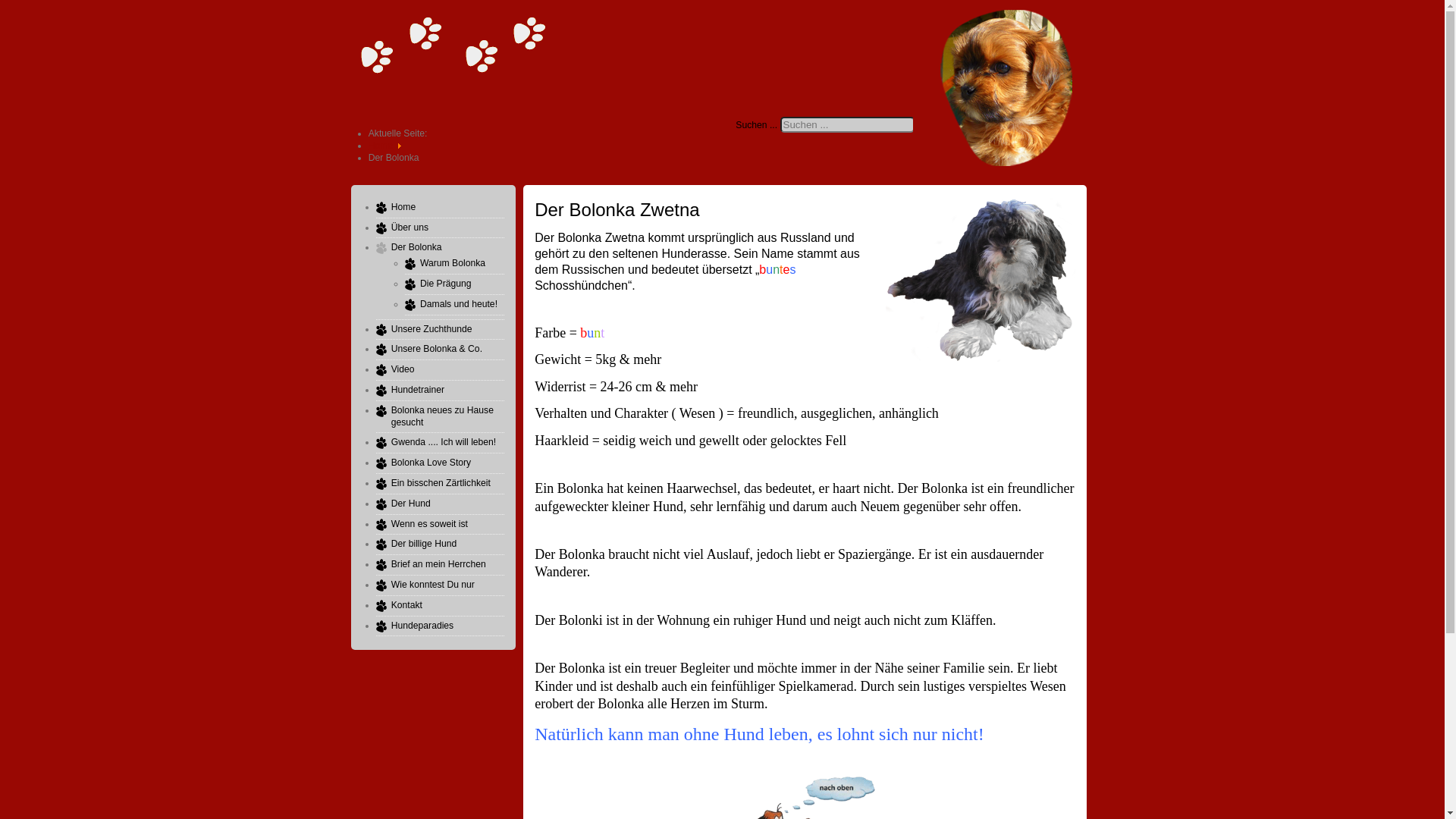  I want to click on 'Wenn es soweit ist', so click(428, 522).